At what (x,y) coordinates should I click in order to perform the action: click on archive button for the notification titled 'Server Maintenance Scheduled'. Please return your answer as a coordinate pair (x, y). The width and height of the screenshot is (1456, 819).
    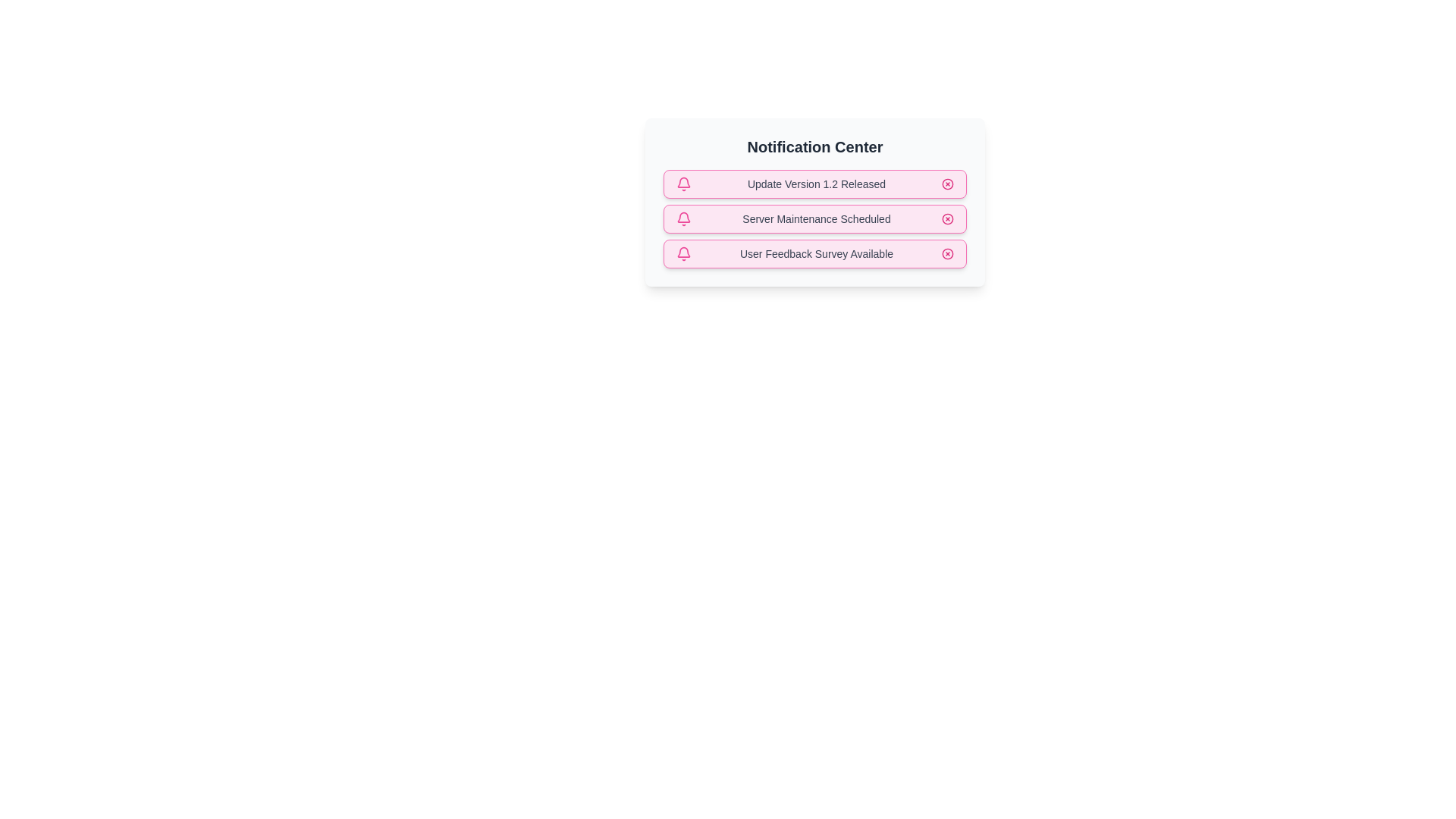
    Looking at the image, I should click on (946, 219).